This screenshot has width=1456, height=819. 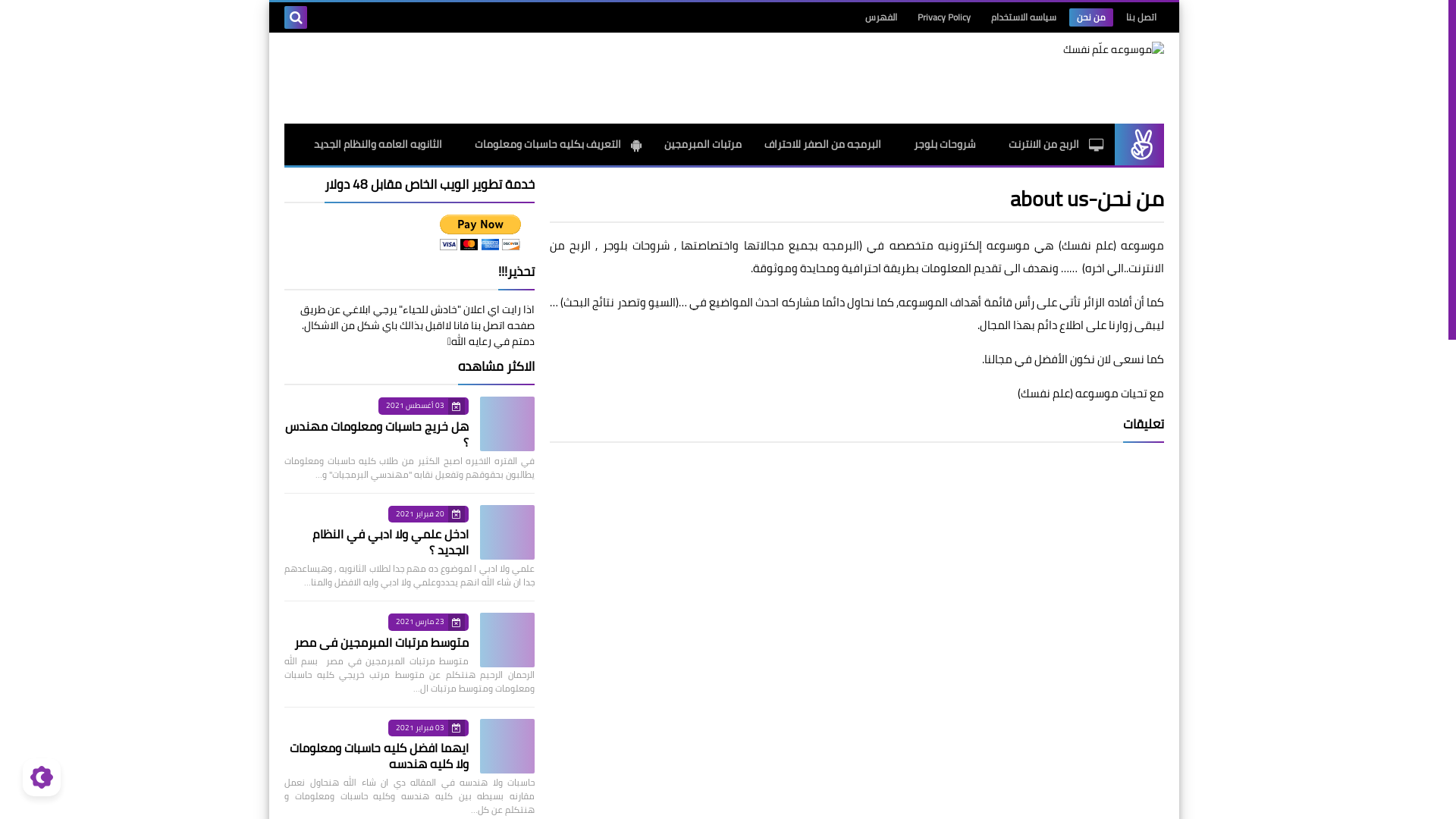 What do you see at coordinates (943, 17) in the screenshot?
I see `'Privacy Policy'` at bounding box center [943, 17].